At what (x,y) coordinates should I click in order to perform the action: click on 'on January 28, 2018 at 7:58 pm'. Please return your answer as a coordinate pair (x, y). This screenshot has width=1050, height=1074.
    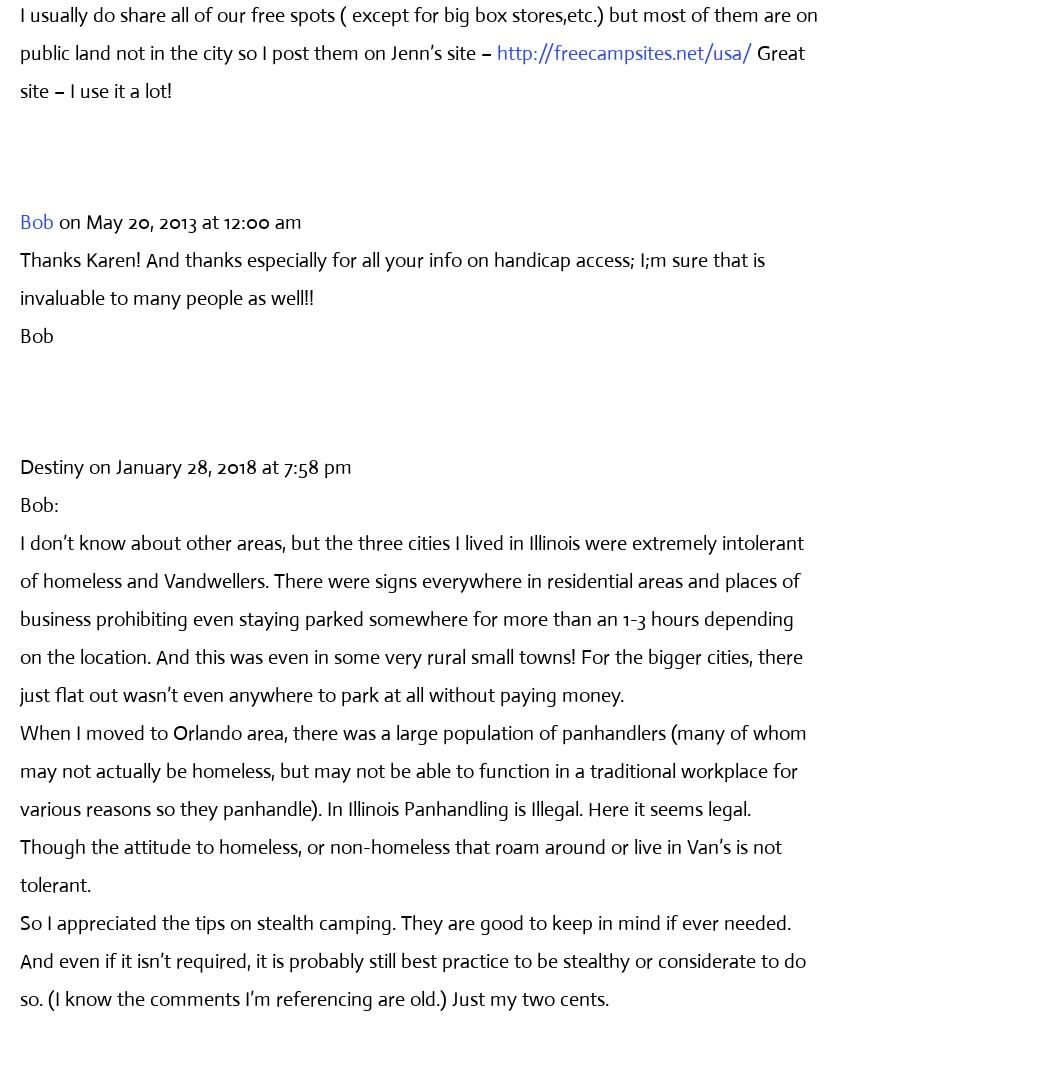
    Looking at the image, I should click on (89, 465).